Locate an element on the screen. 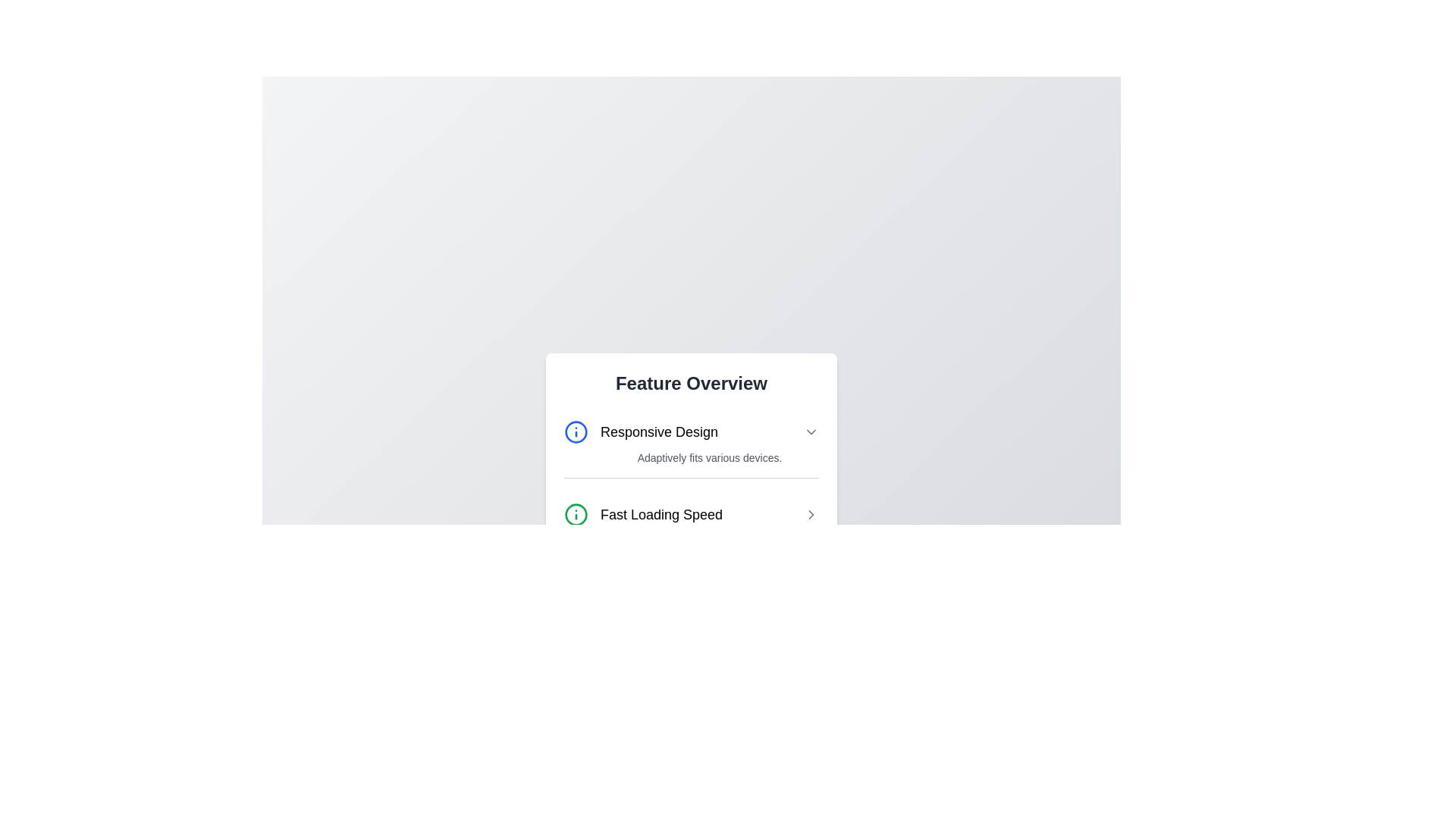 This screenshot has height=819, width=1456. feature title 'Fast Loading Speed' from the centrally aligned label with icon located in the second row of the feature list under 'Feature Overview' is located at coordinates (643, 513).